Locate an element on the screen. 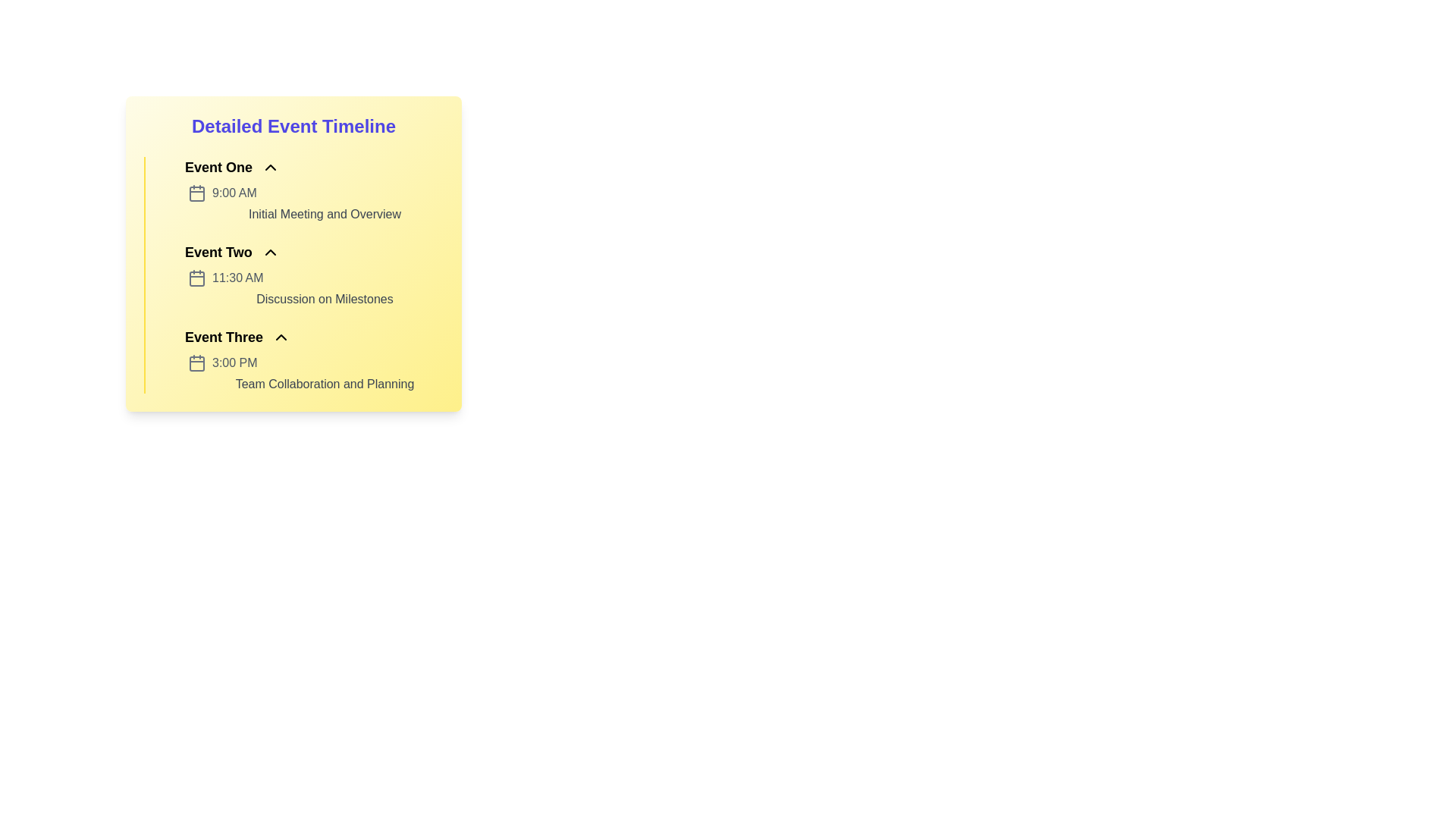 Image resolution: width=1456 pixels, height=819 pixels. the button at the start of the 'Event Three' row, which is linked to additional options for this event is located at coordinates (170, 336).